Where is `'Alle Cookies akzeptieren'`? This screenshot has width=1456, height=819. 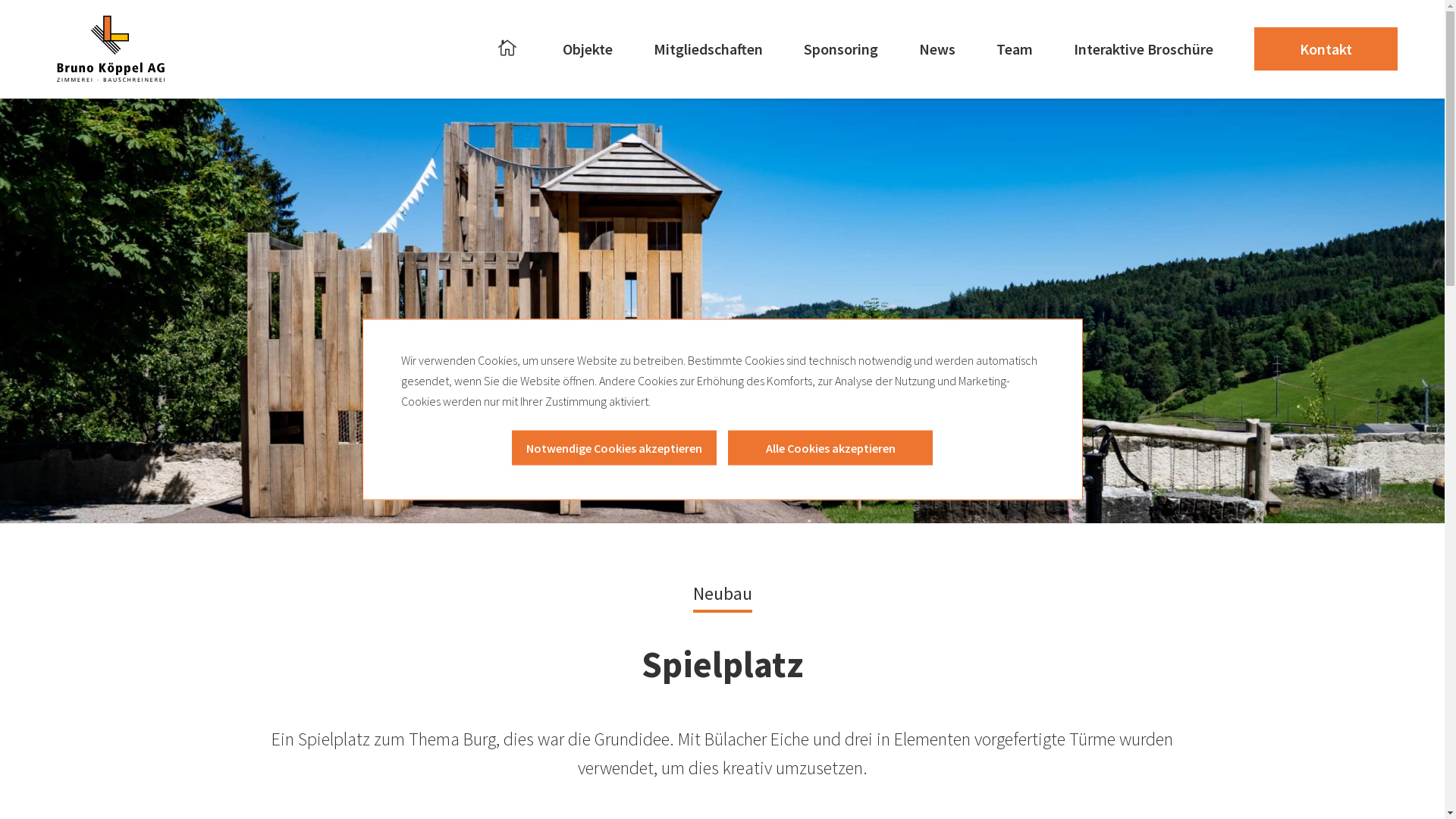
'Alle Cookies akzeptieren' is located at coordinates (829, 447).